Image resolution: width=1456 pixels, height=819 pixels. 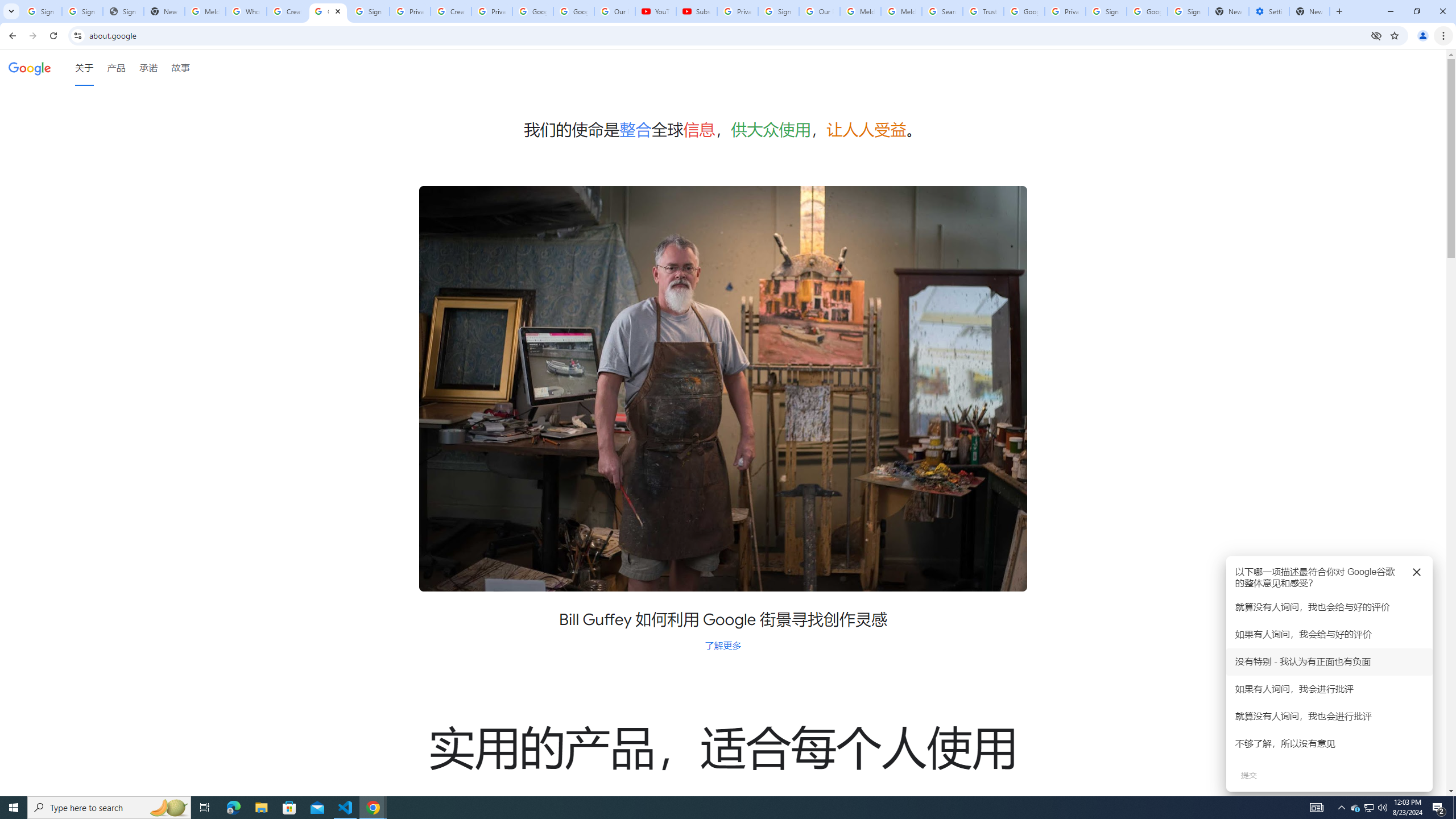 I want to click on 'Reload', so click(x=53, y=35).